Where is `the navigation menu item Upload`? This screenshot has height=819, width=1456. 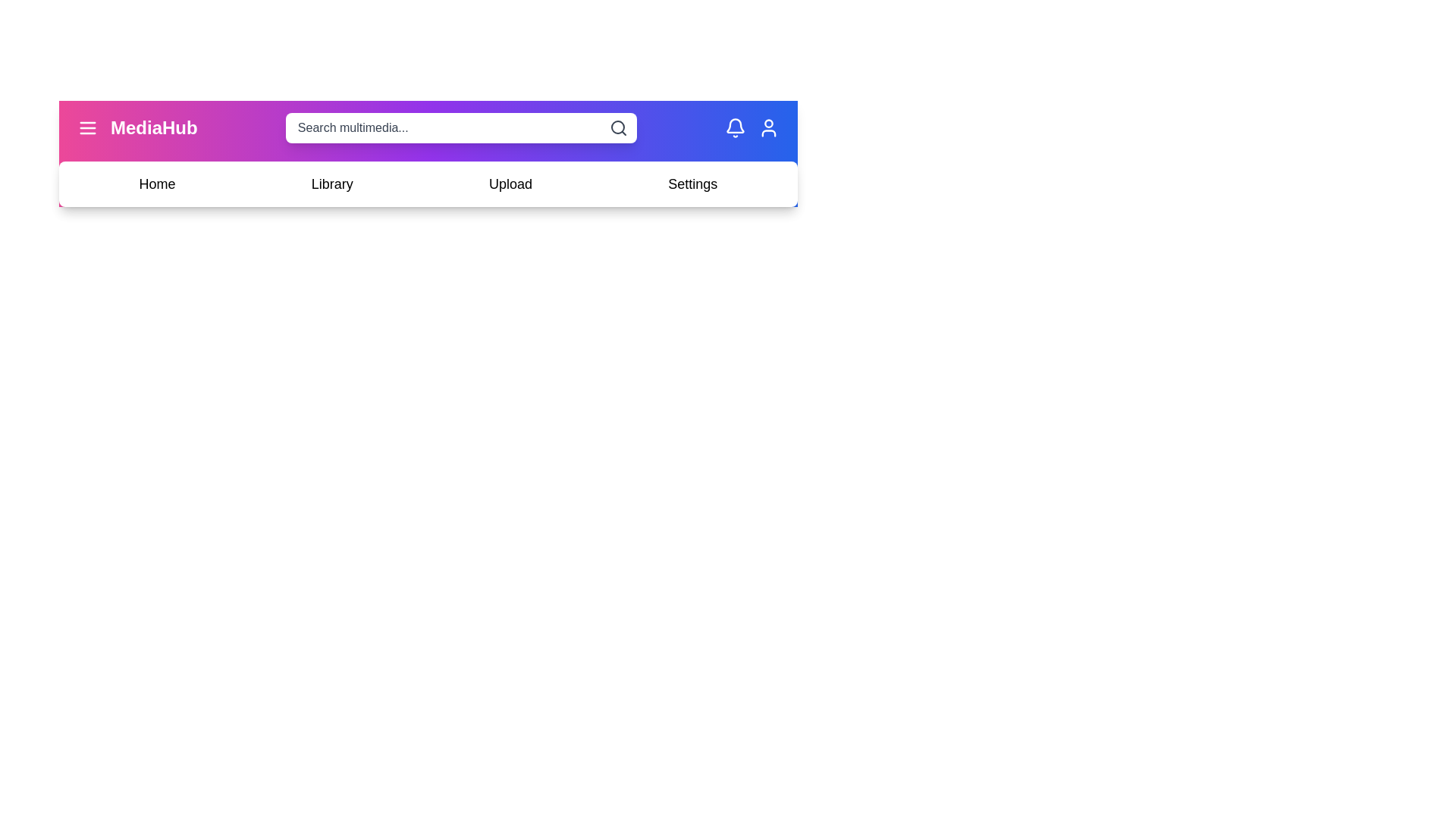 the navigation menu item Upload is located at coordinates (510, 184).